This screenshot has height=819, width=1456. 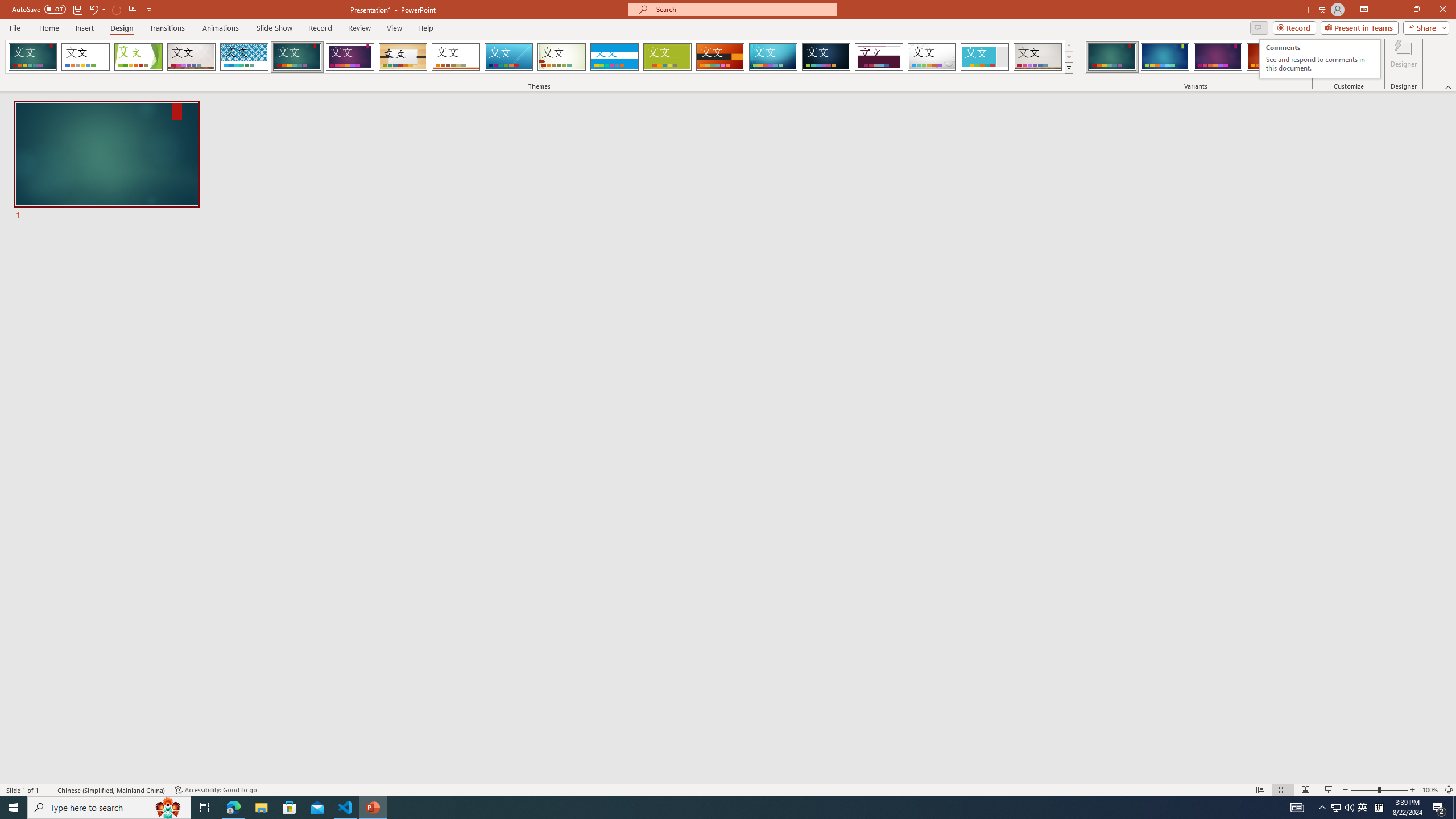 I want to click on 'Zoom 100%', so click(x=1430, y=790).